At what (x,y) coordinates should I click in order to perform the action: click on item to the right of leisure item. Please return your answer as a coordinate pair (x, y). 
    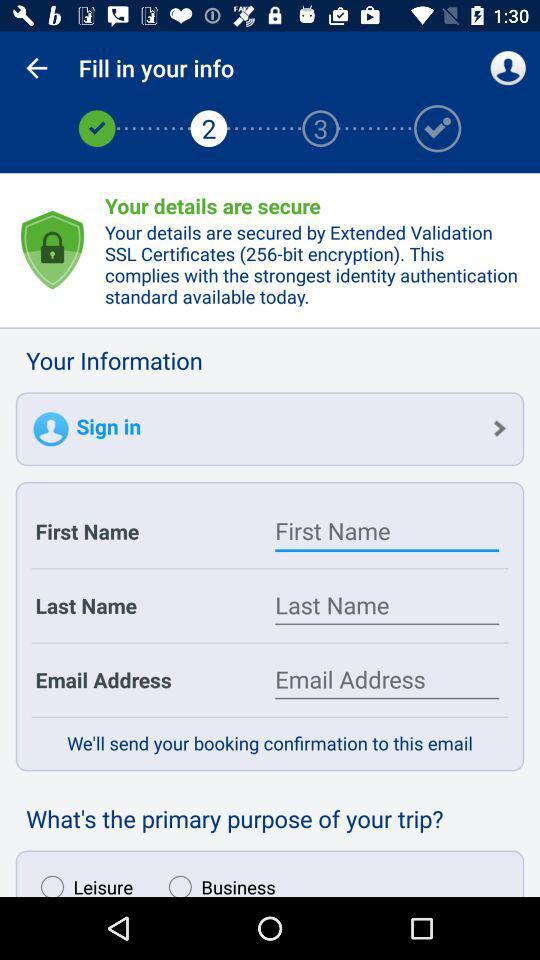
    Looking at the image, I should click on (216, 880).